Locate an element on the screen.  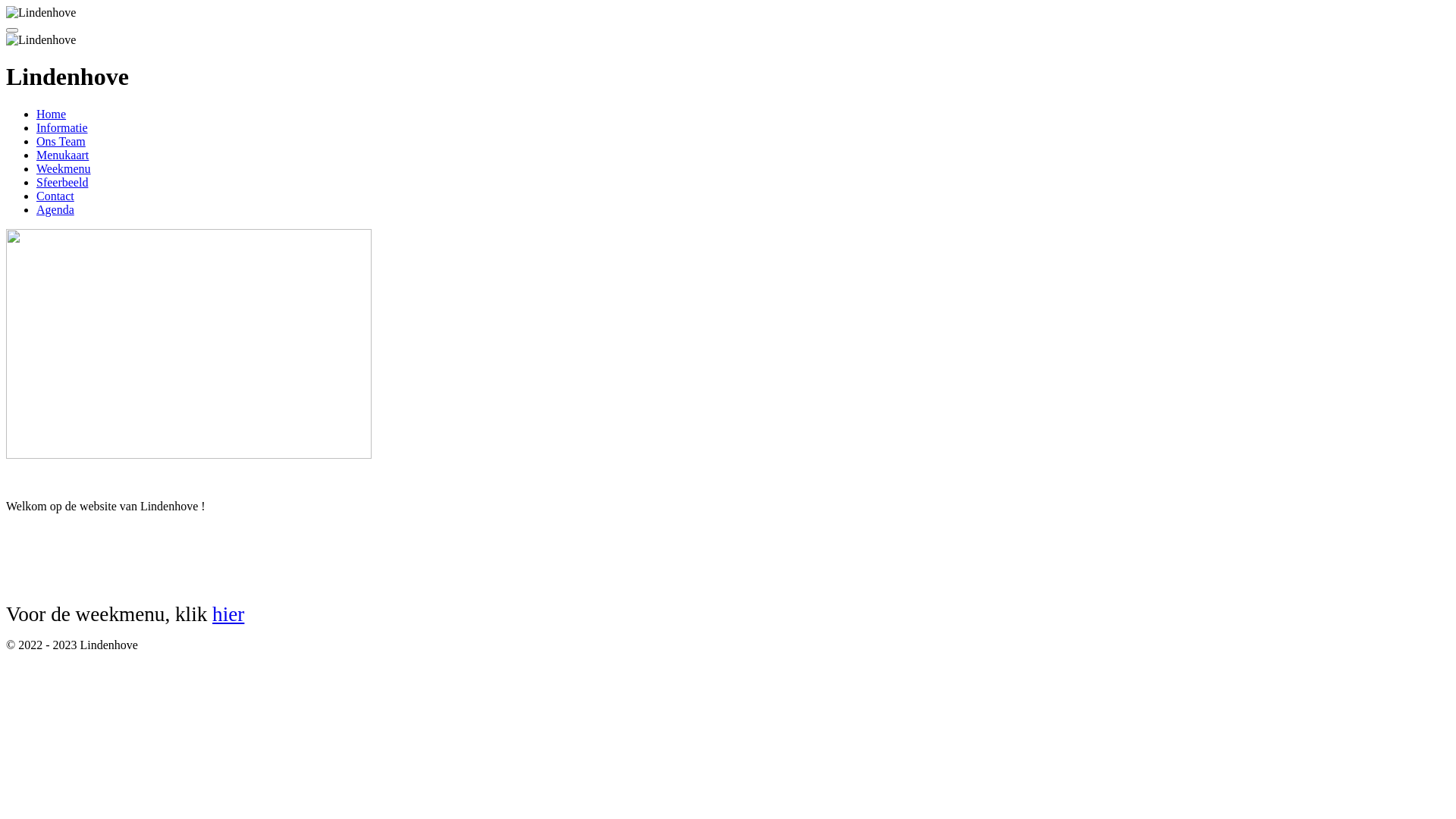
'Lindenhove' is located at coordinates (40, 12).